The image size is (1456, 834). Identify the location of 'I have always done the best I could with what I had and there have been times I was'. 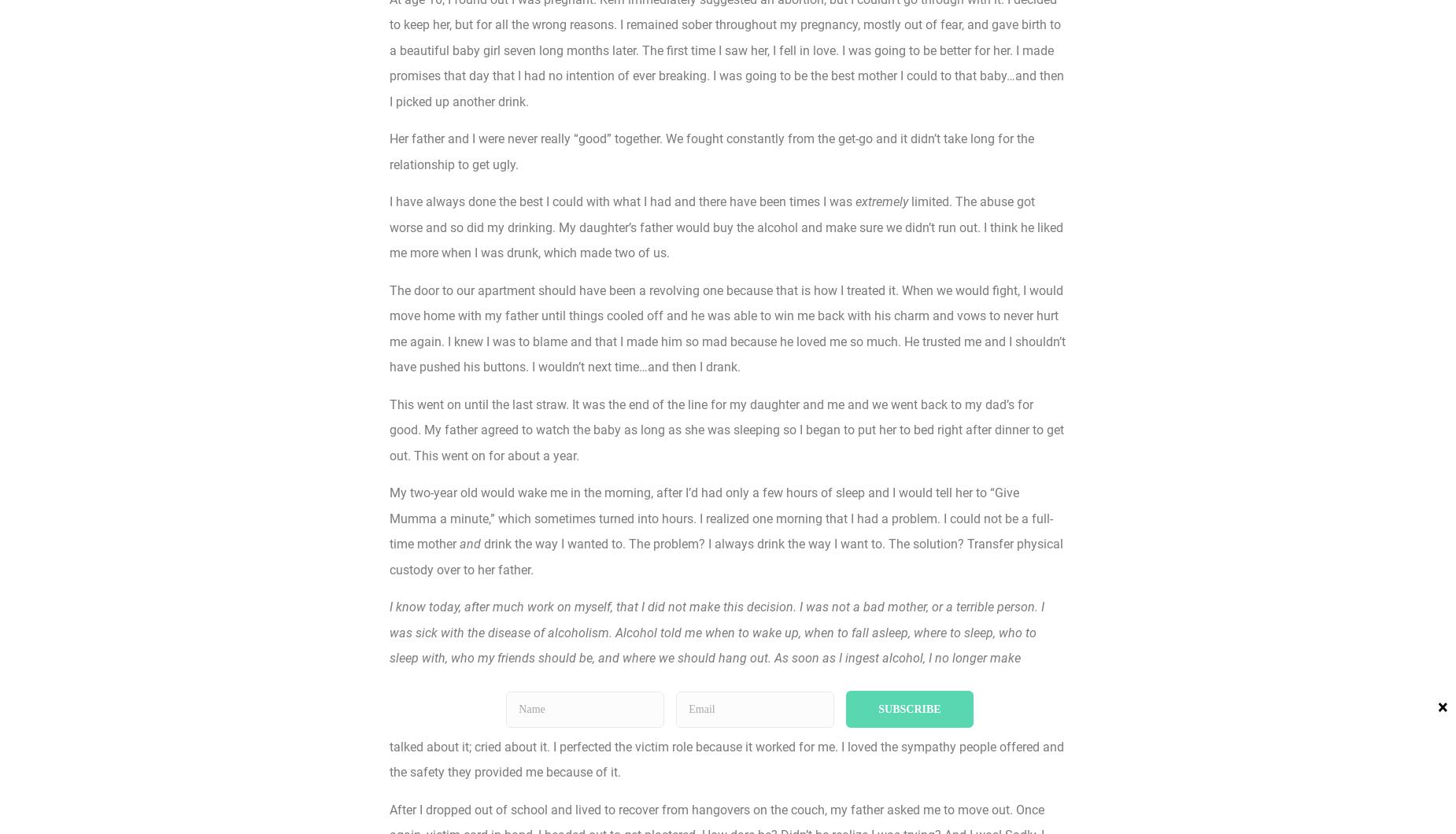
(623, 201).